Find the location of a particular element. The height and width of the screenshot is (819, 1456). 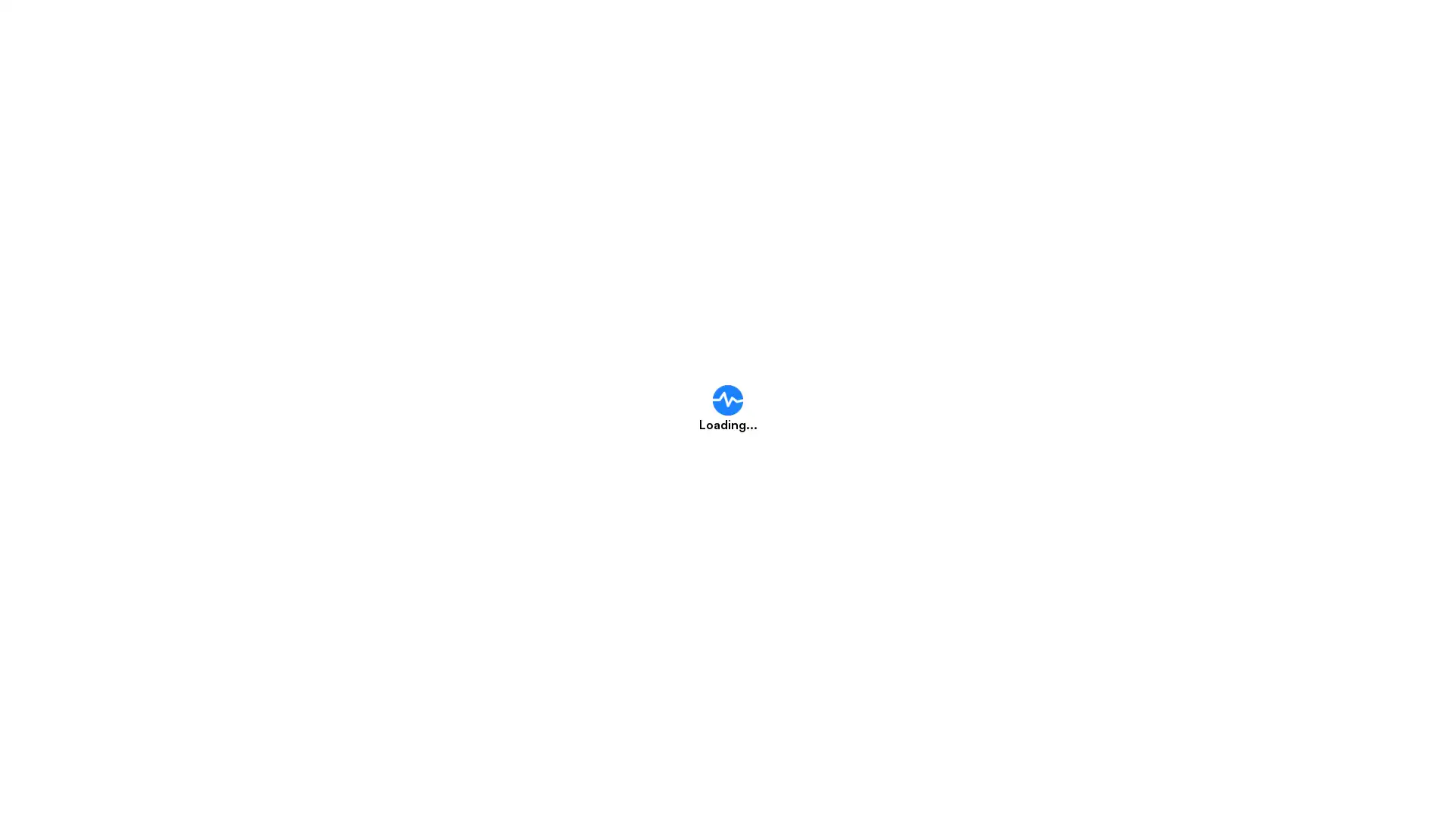

Support is located at coordinates (930, 30).